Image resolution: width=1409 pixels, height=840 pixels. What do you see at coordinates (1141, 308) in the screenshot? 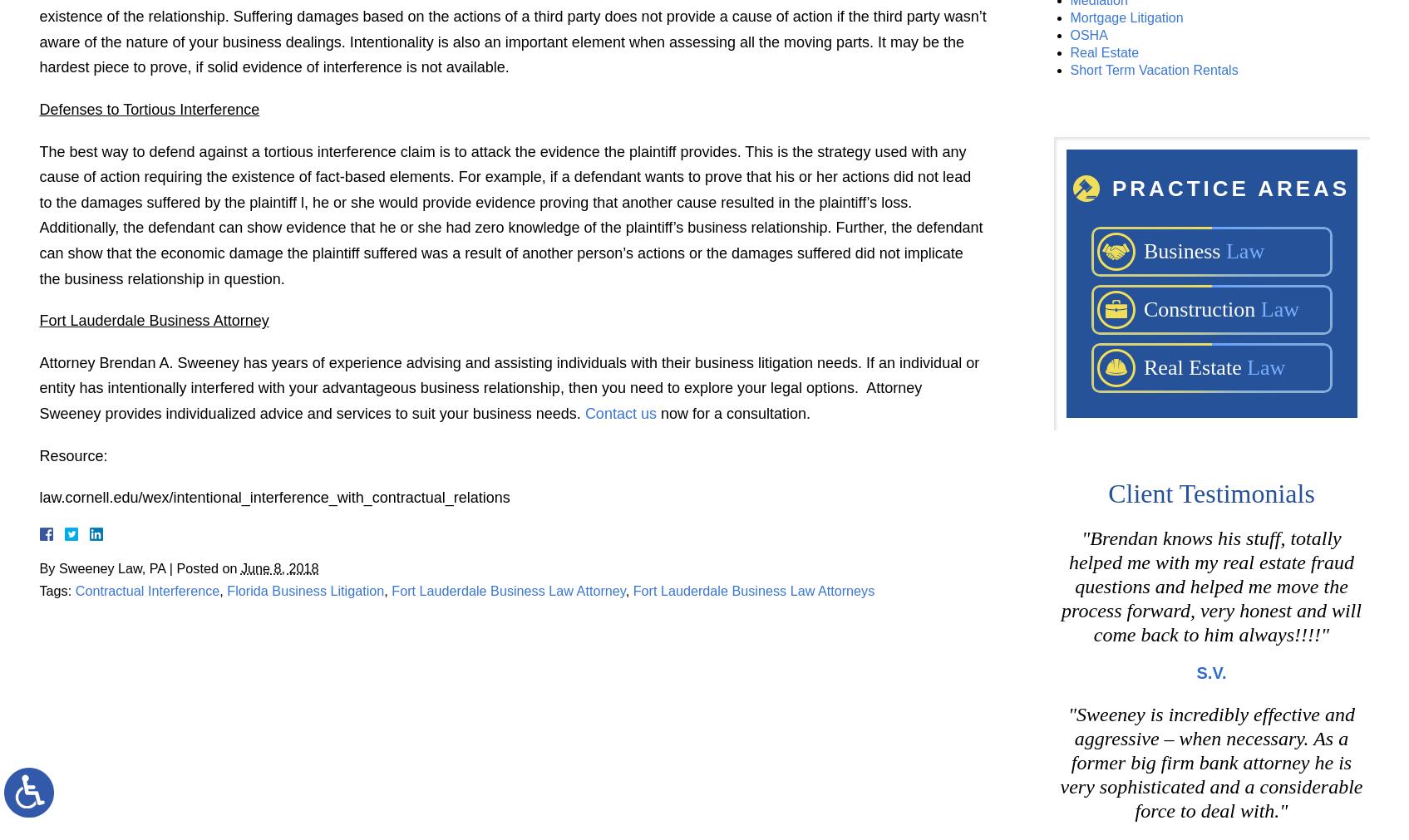
I see `'Construction'` at bounding box center [1141, 308].